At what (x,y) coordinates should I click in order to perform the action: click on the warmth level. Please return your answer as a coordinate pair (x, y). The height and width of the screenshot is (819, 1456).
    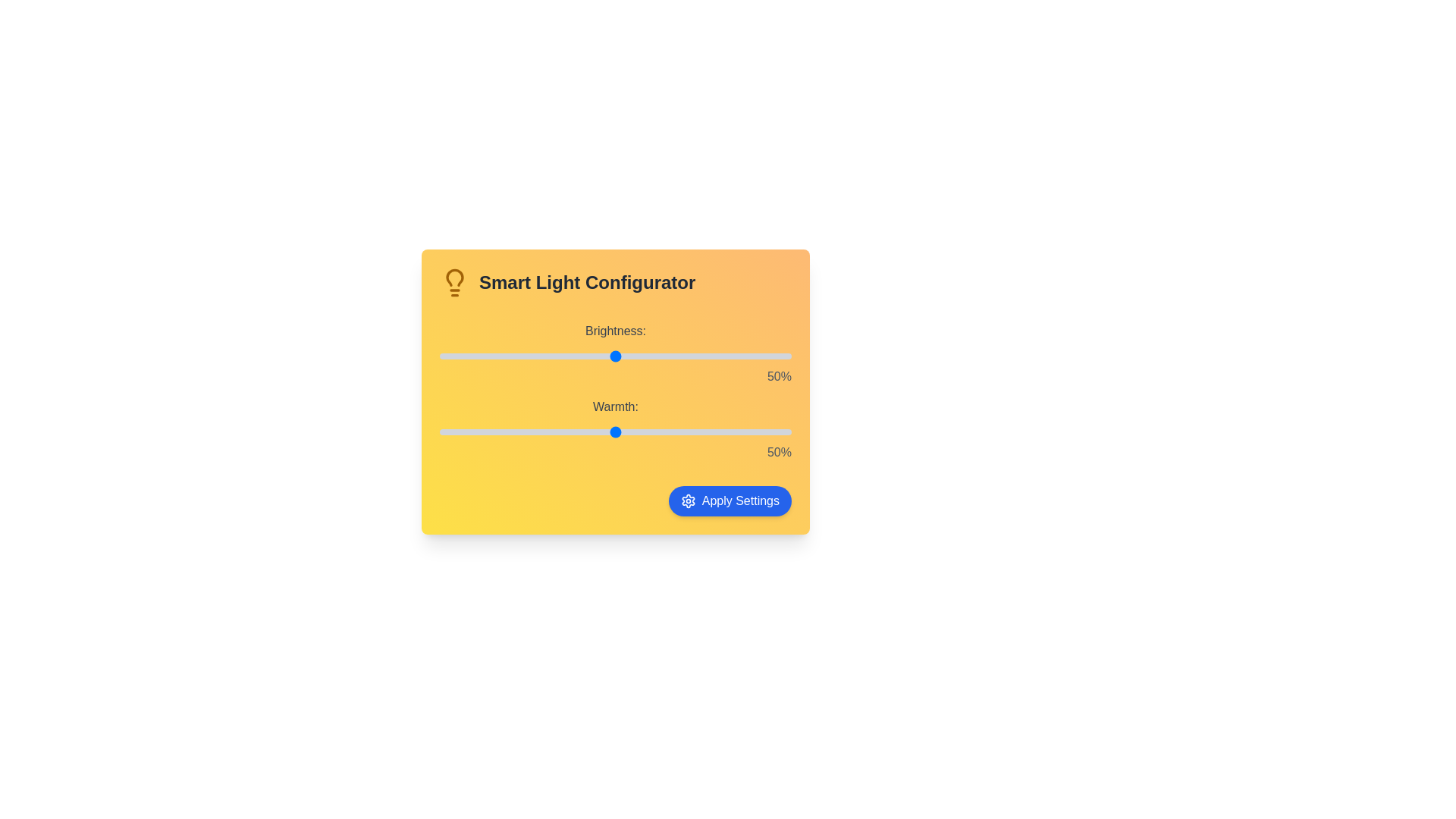
    Looking at the image, I should click on (773, 432).